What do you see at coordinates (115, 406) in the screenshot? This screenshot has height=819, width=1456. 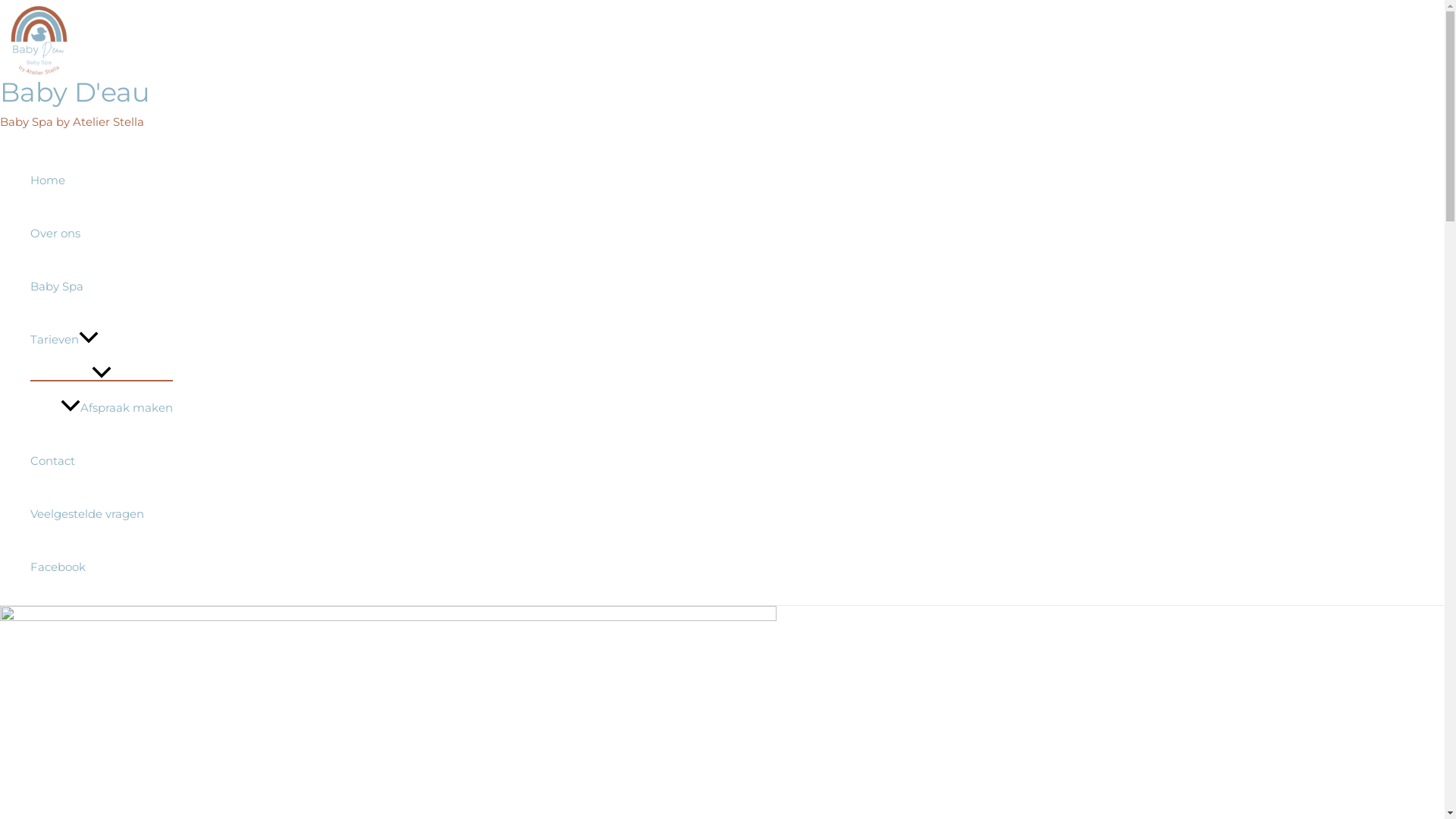 I see `'Afspraak maken'` at bounding box center [115, 406].